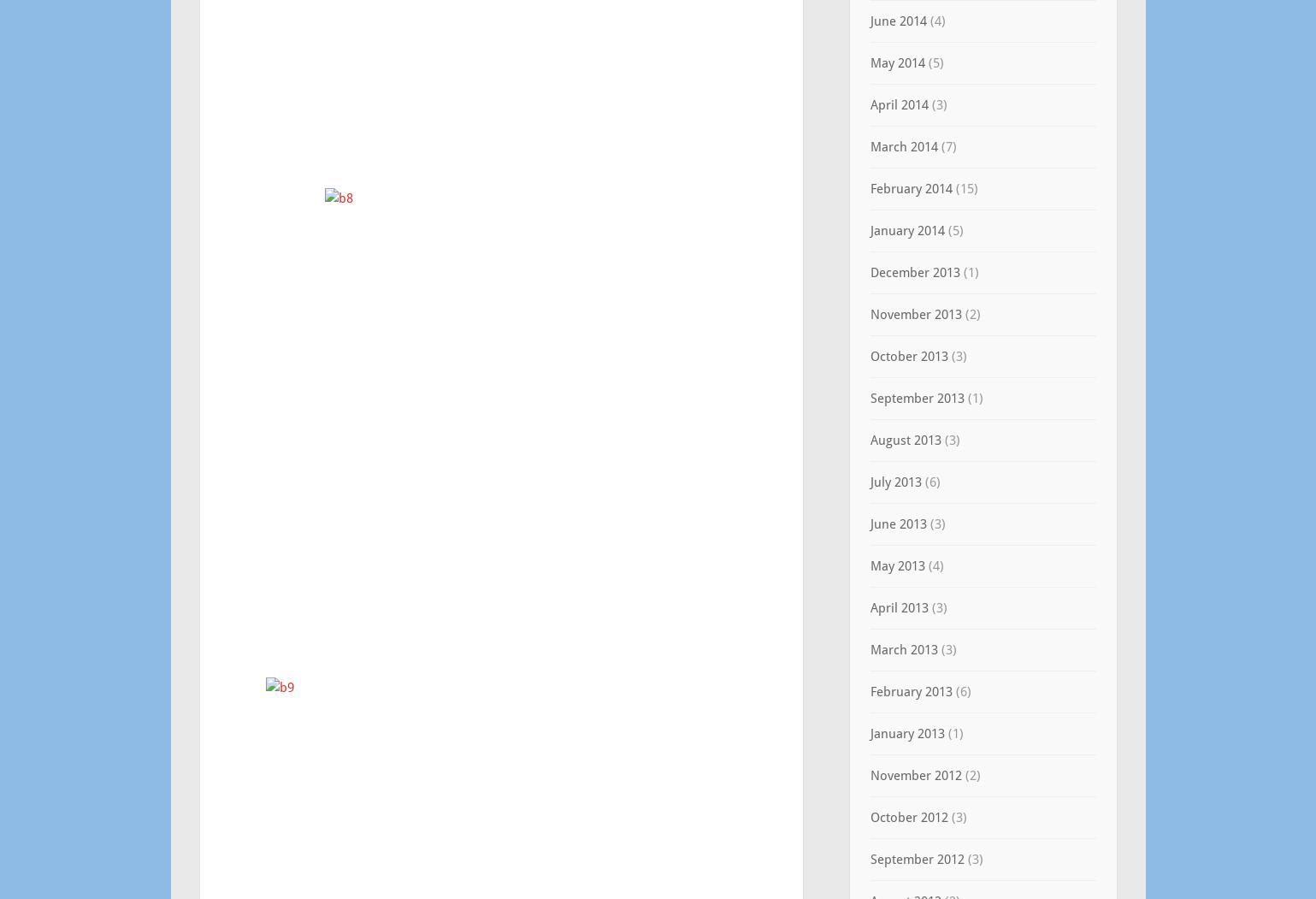  I want to click on 'February 2013', so click(909, 690).